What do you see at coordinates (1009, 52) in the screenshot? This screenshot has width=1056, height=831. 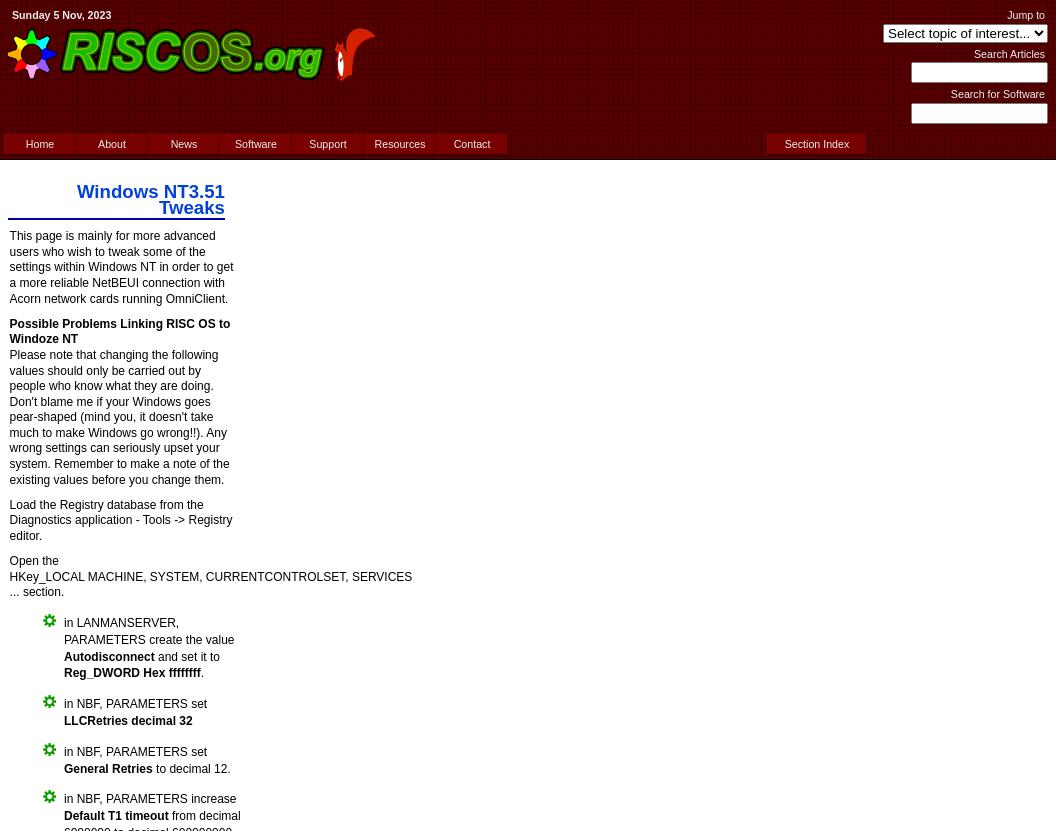 I see `'Search Articles'` at bounding box center [1009, 52].